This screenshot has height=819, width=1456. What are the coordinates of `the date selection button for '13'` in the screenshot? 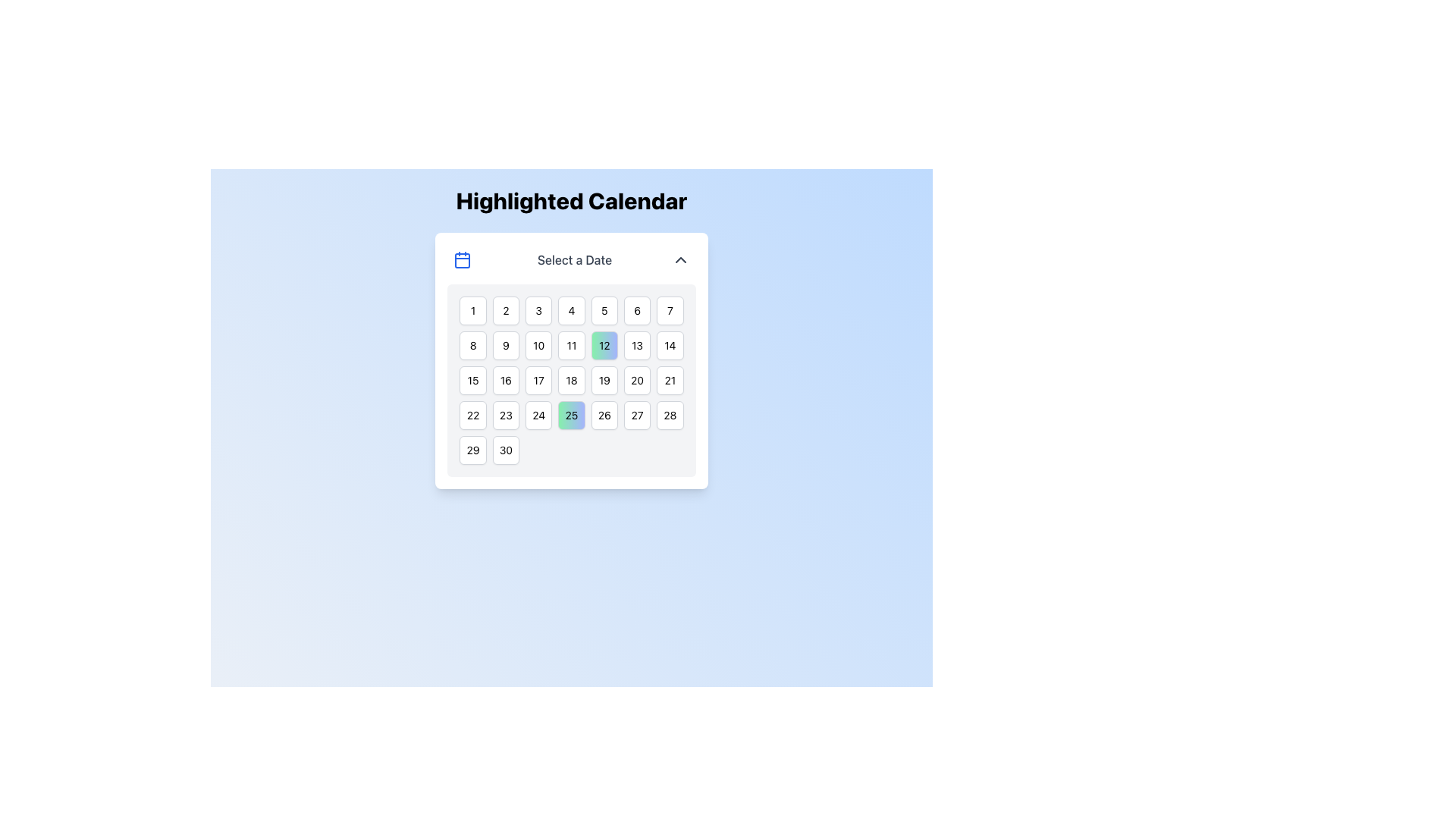 It's located at (637, 345).